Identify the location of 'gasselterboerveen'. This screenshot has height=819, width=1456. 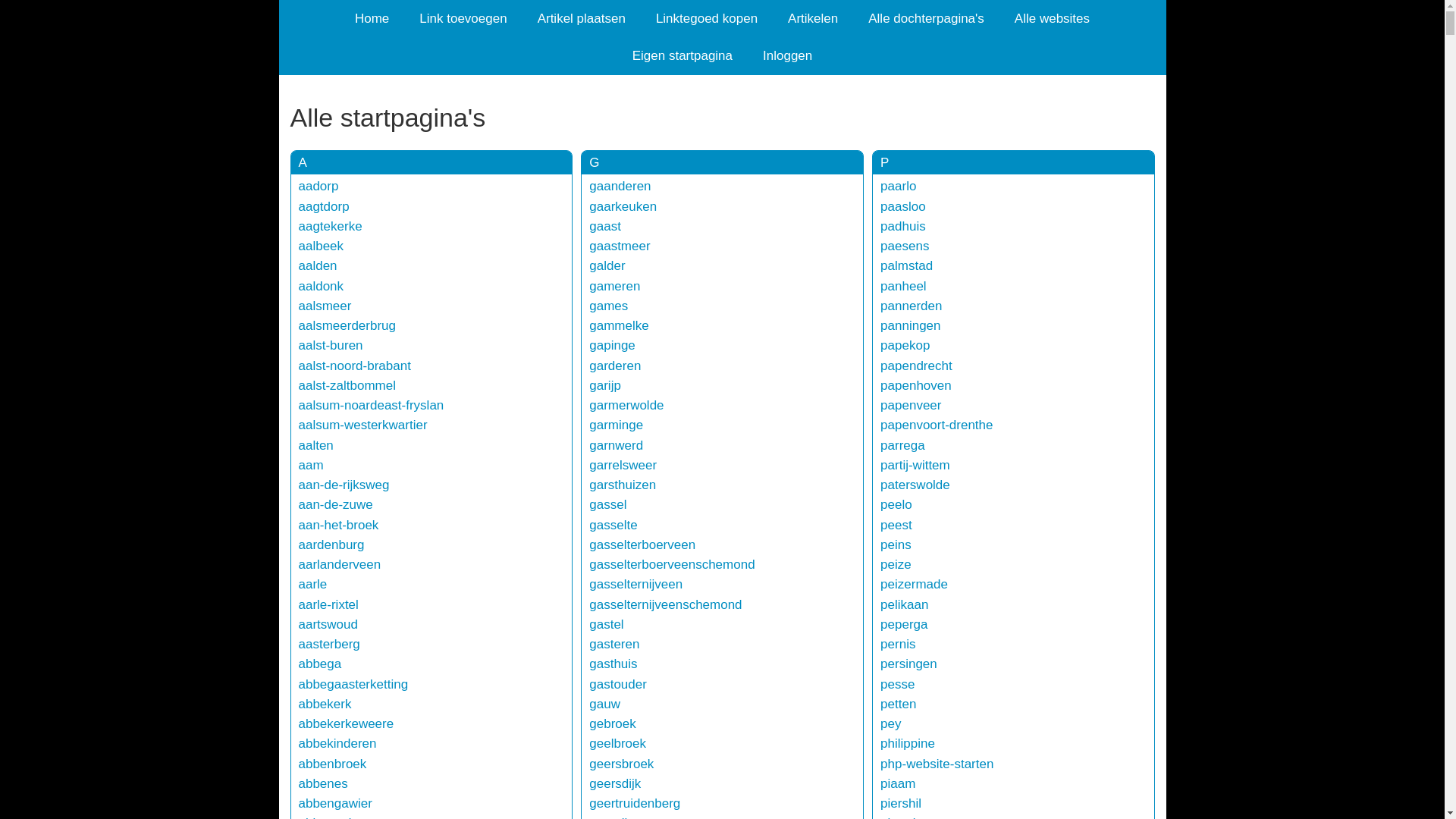
(588, 544).